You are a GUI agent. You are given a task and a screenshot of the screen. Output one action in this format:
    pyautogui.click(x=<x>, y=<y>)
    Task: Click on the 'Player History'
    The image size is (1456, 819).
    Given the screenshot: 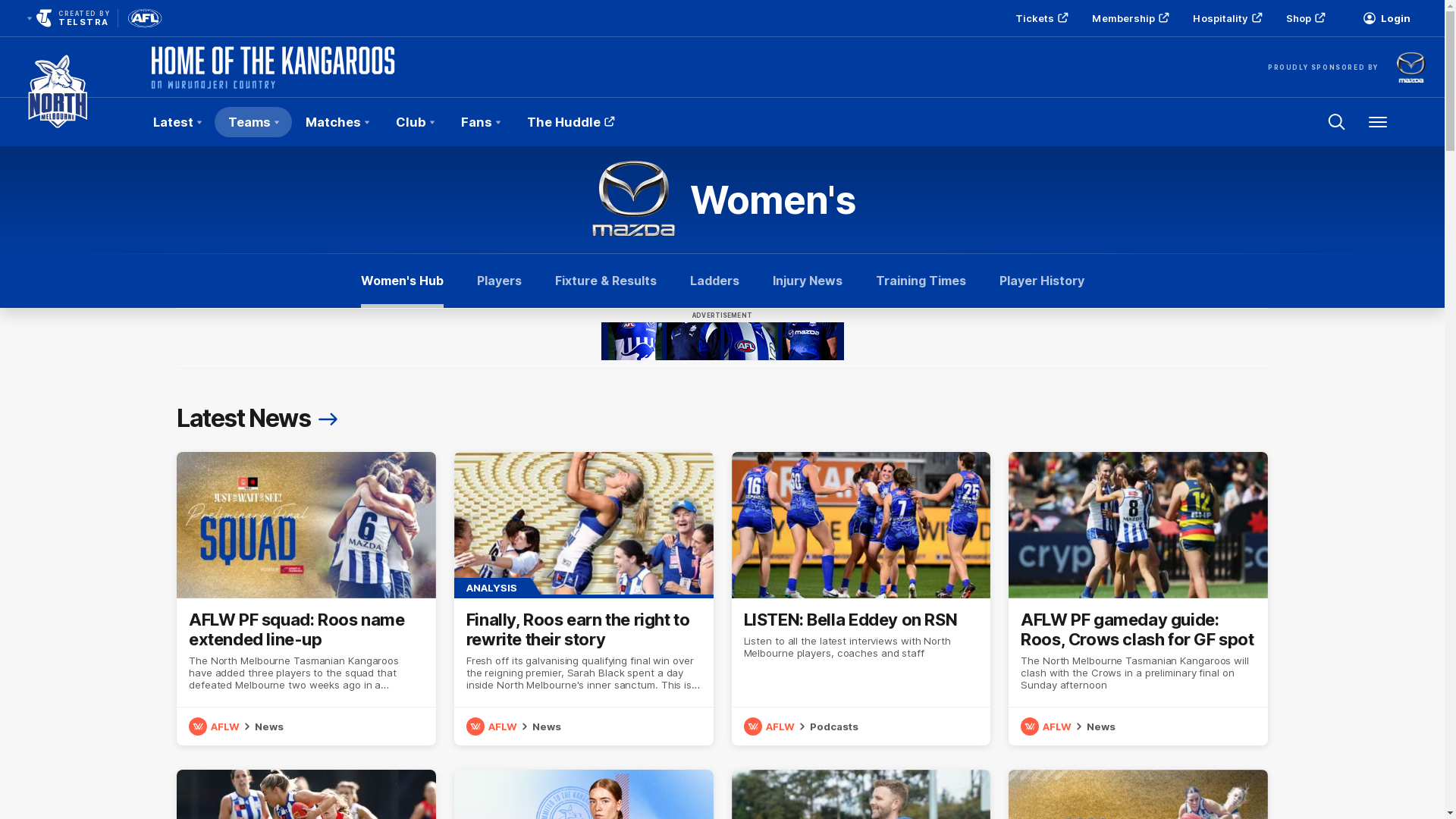 What is the action you would take?
    pyautogui.click(x=1040, y=281)
    